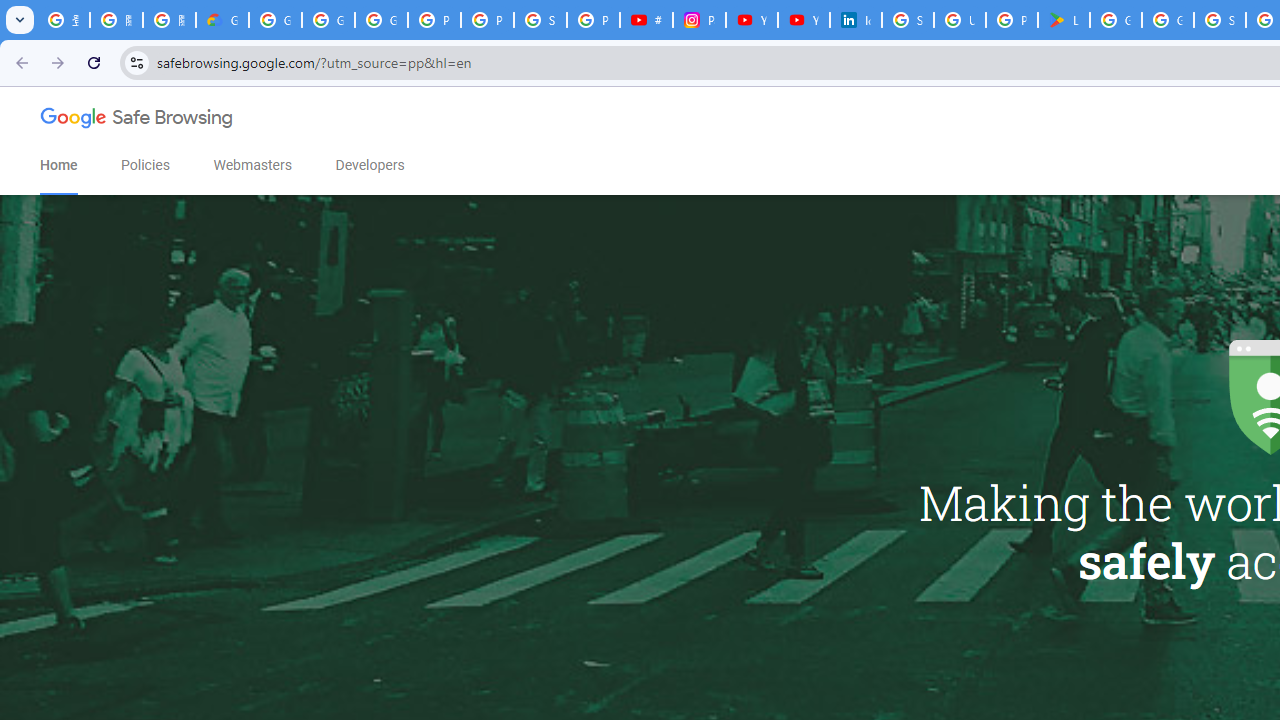 The width and height of the screenshot is (1280, 720). I want to click on '#nbabasketballhighlights - YouTube', so click(646, 20).